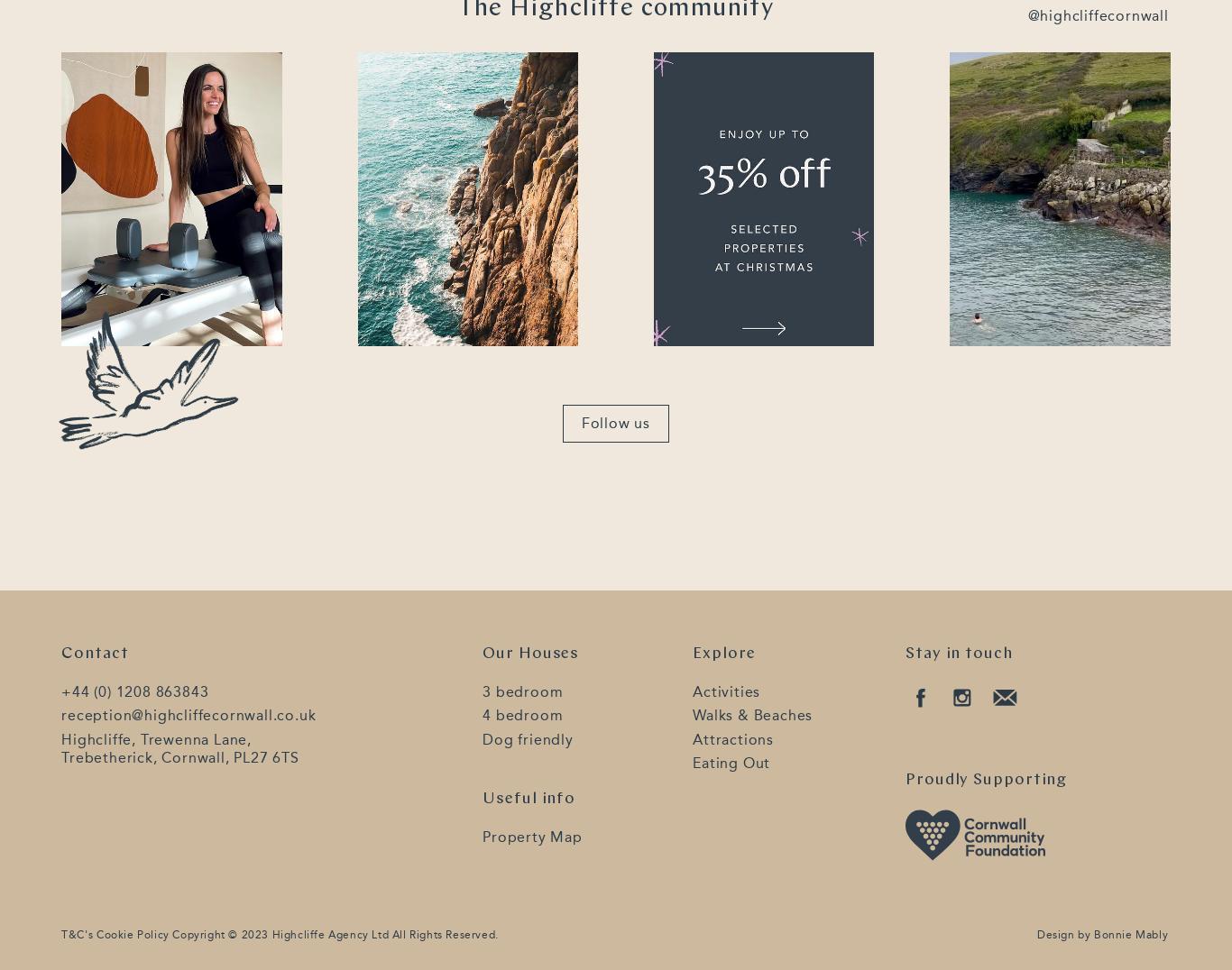 This screenshot has height=970, width=1232. What do you see at coordinates (179, 755) in the screenshot?
I see `'Trebetherick, Cornwall, PL27 6TS'` at bounding box center [179, 755].